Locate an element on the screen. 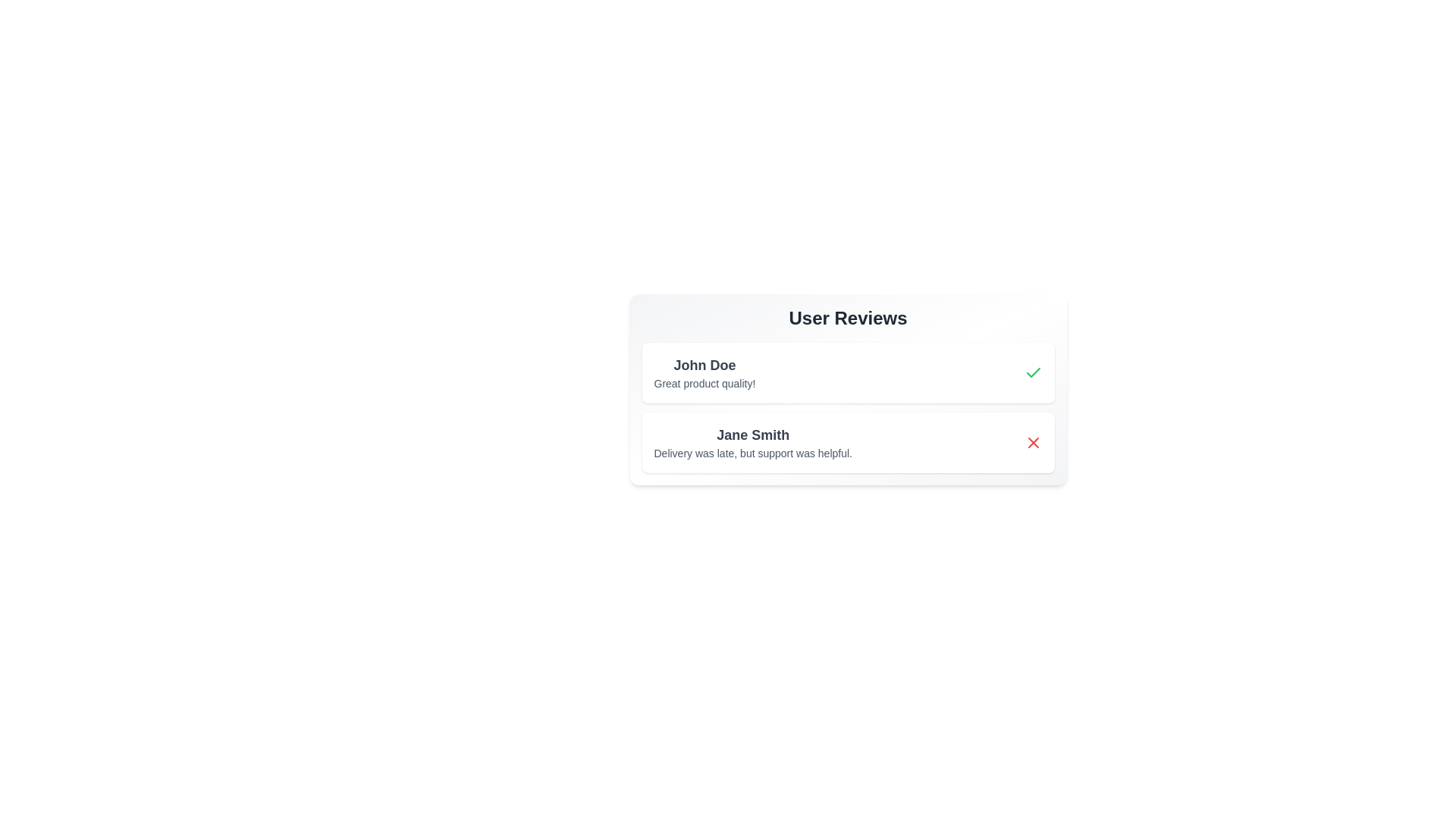 Image resolution: width=1456 pixels, height=819 pixels. the text display element that shows 'Jane Smith', which is styled in bold dark gray font and positioned above the user review text is located at coordinates (753, 435).